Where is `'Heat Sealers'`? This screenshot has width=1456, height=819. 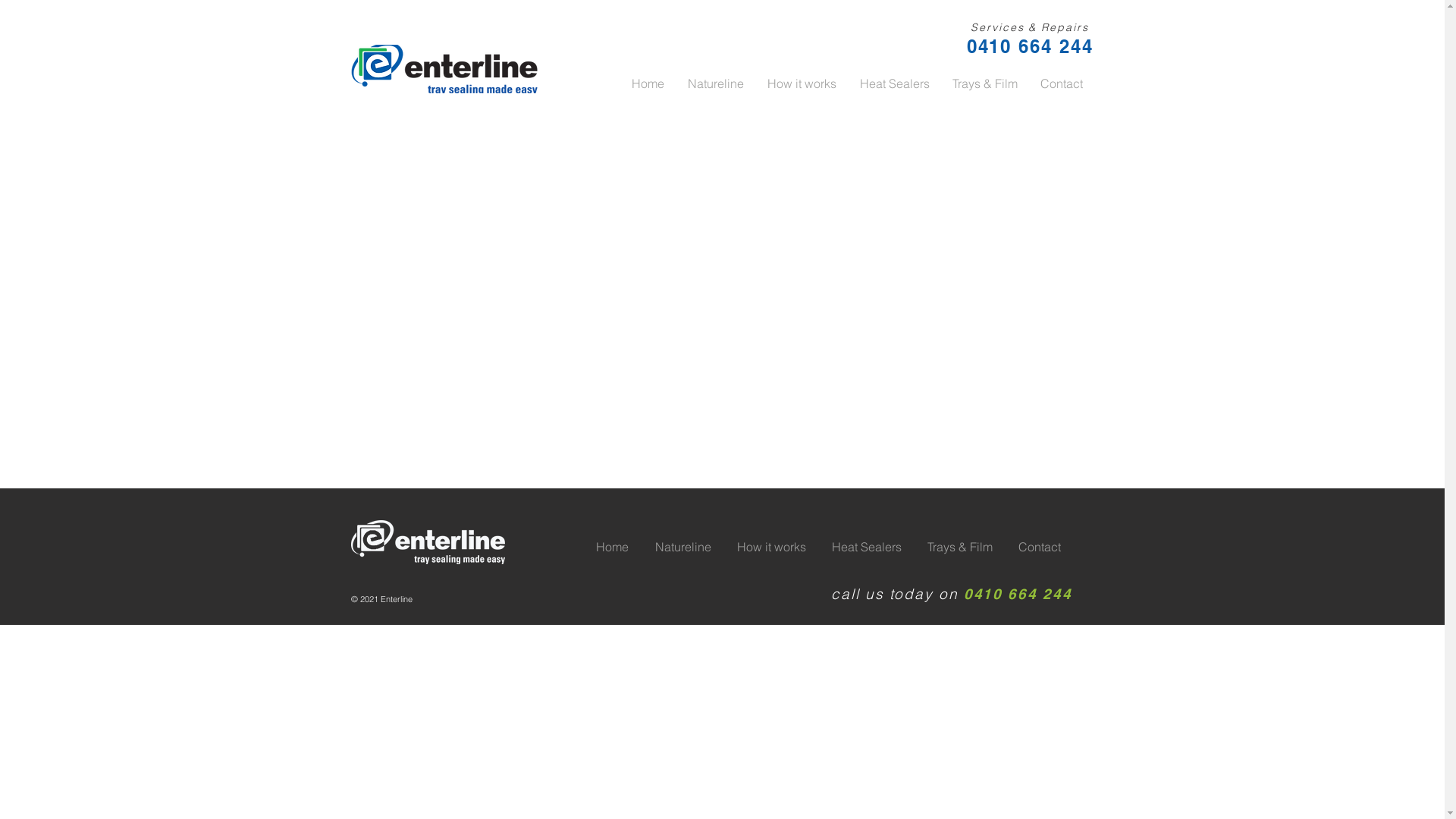
'Heat Sealers' is located at coordinates (865, 547).